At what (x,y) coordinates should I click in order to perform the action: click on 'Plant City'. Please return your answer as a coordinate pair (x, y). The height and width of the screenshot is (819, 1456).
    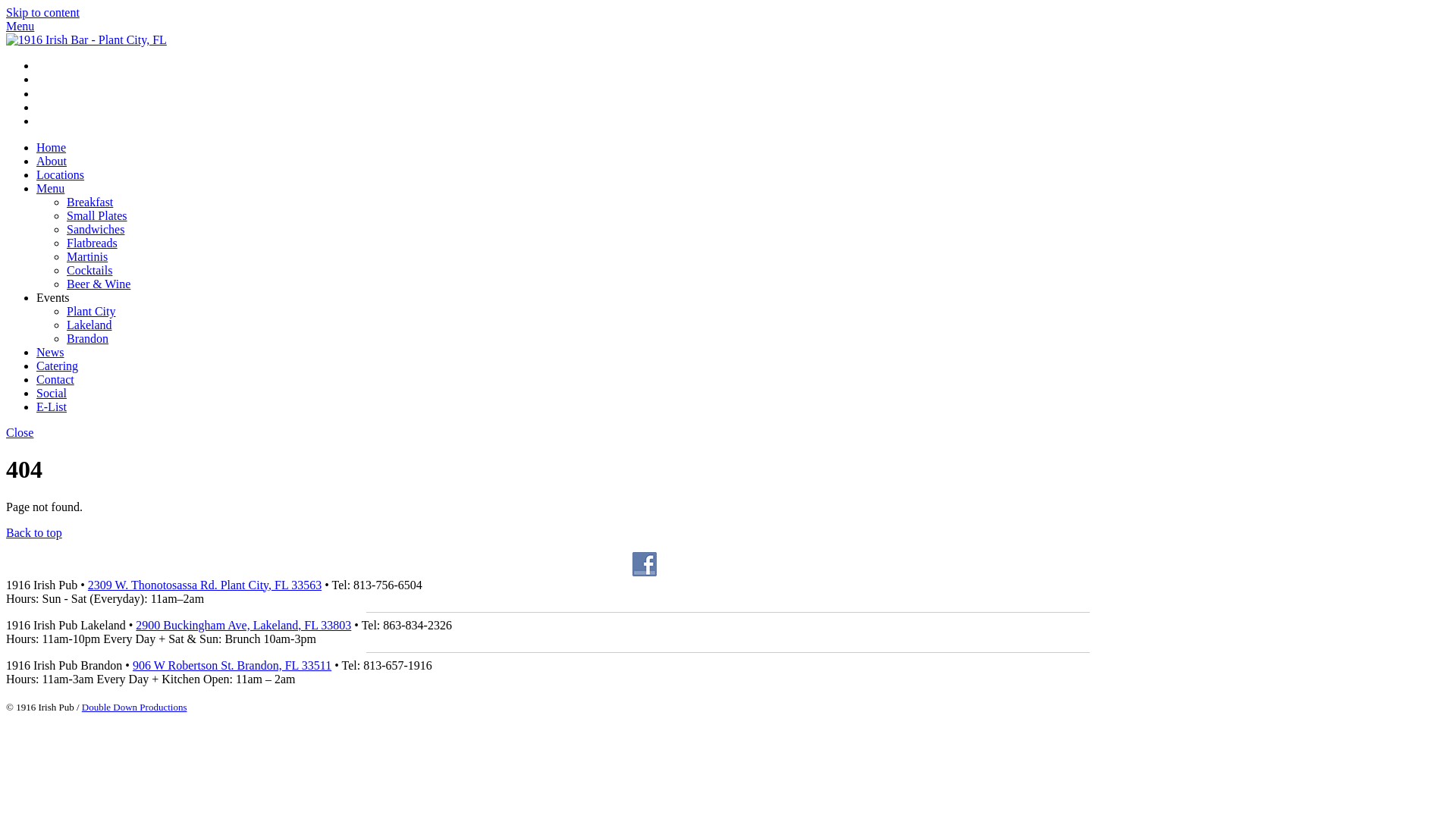
    Looking at the image, I should click on (90, 310).